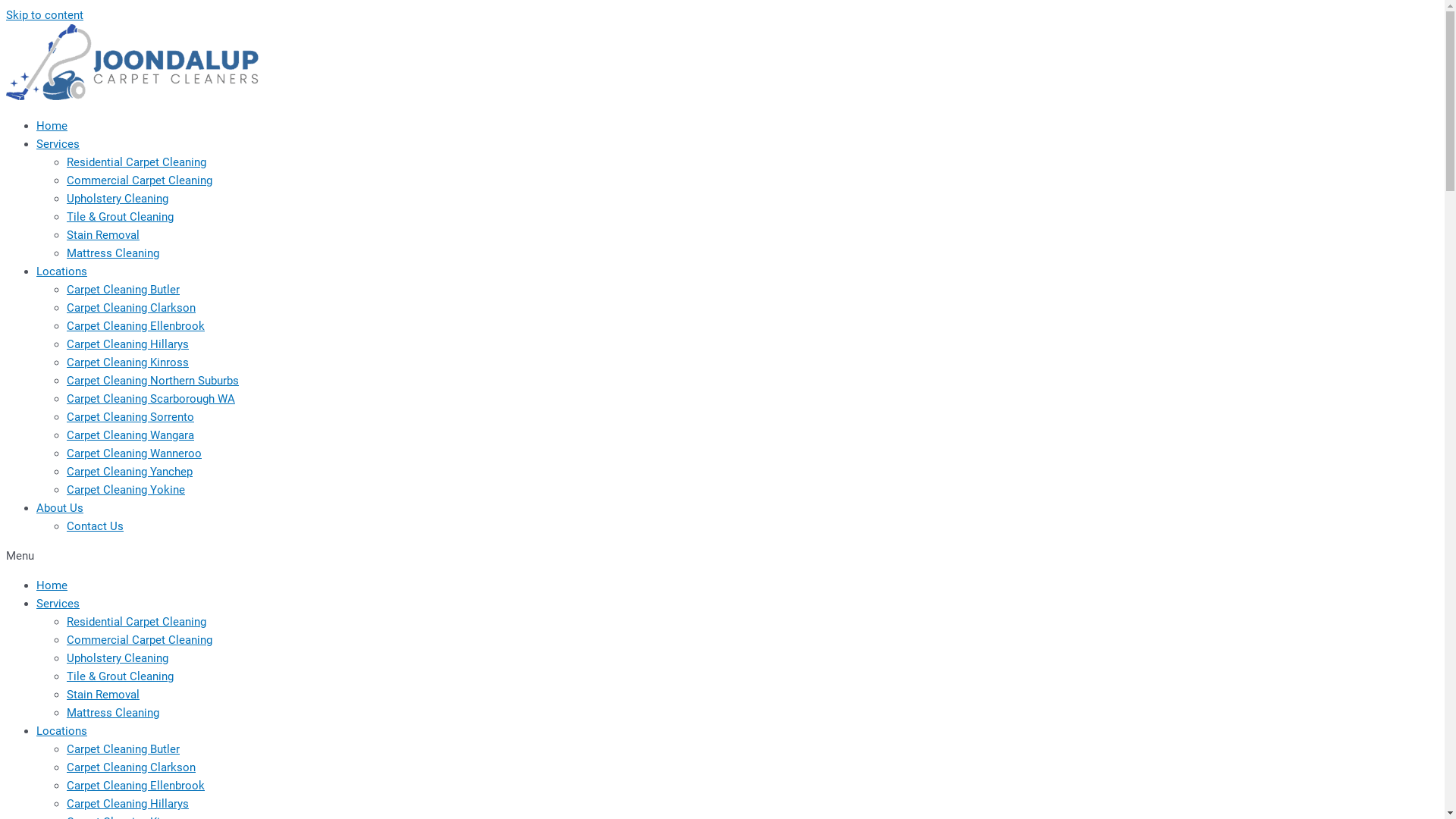  Describe the element at coordinates (58, 602) in the screenshot. I see `'Services'` at that location.